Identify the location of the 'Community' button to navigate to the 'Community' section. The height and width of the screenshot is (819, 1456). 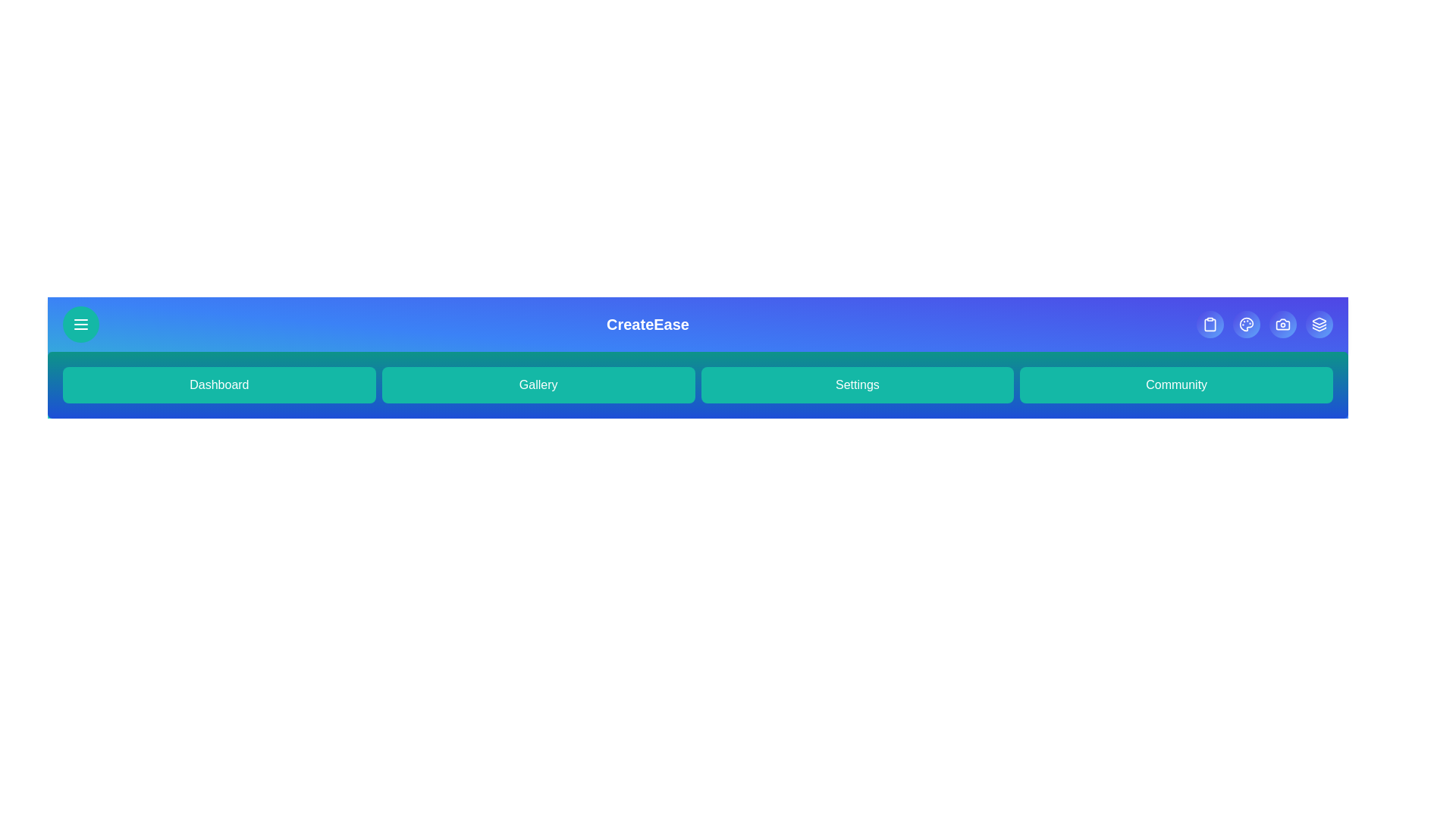
(1175, 384).